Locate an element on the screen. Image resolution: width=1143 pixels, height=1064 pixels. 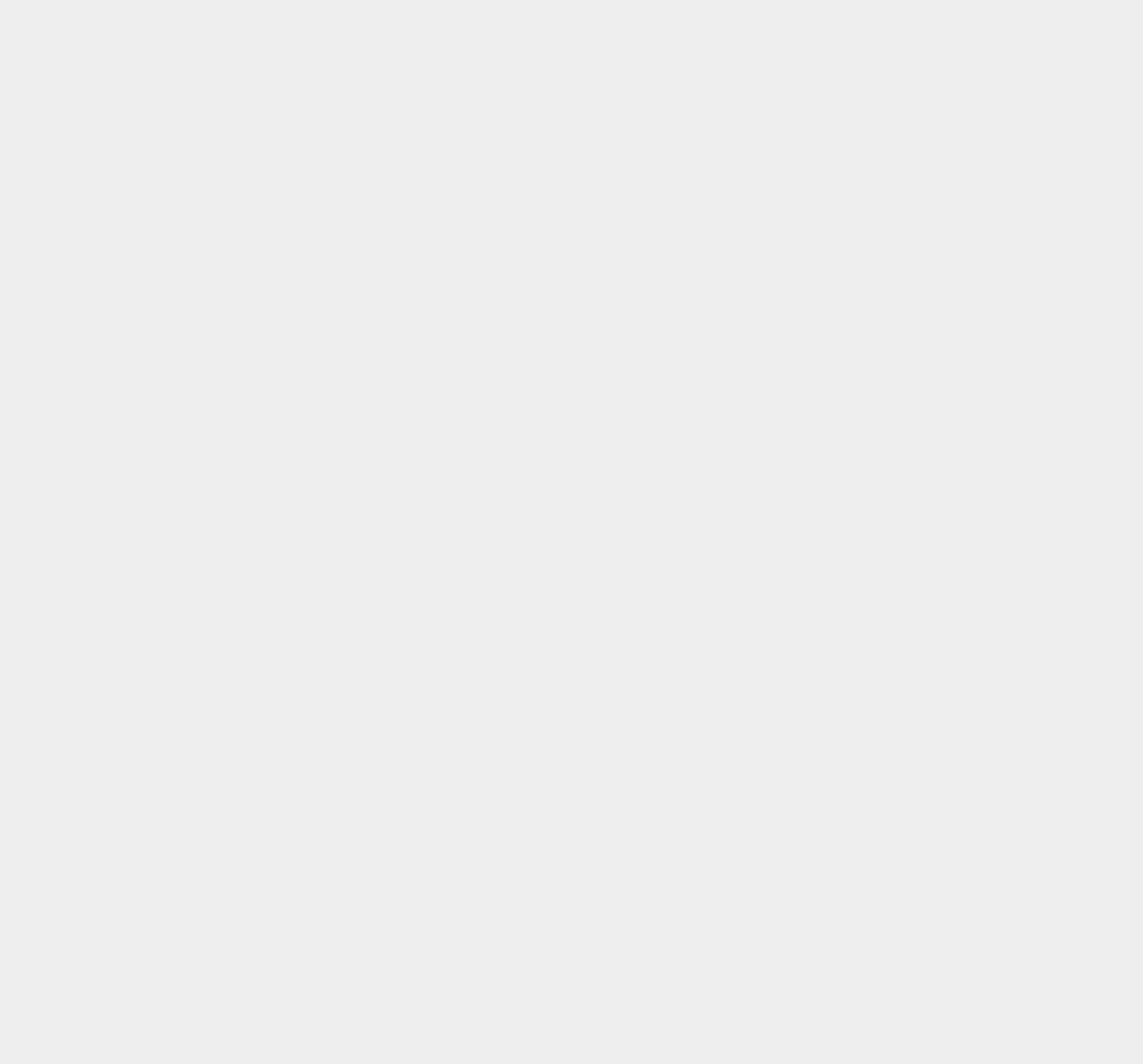
'Macintosh' is located at coordinates (840, 261).